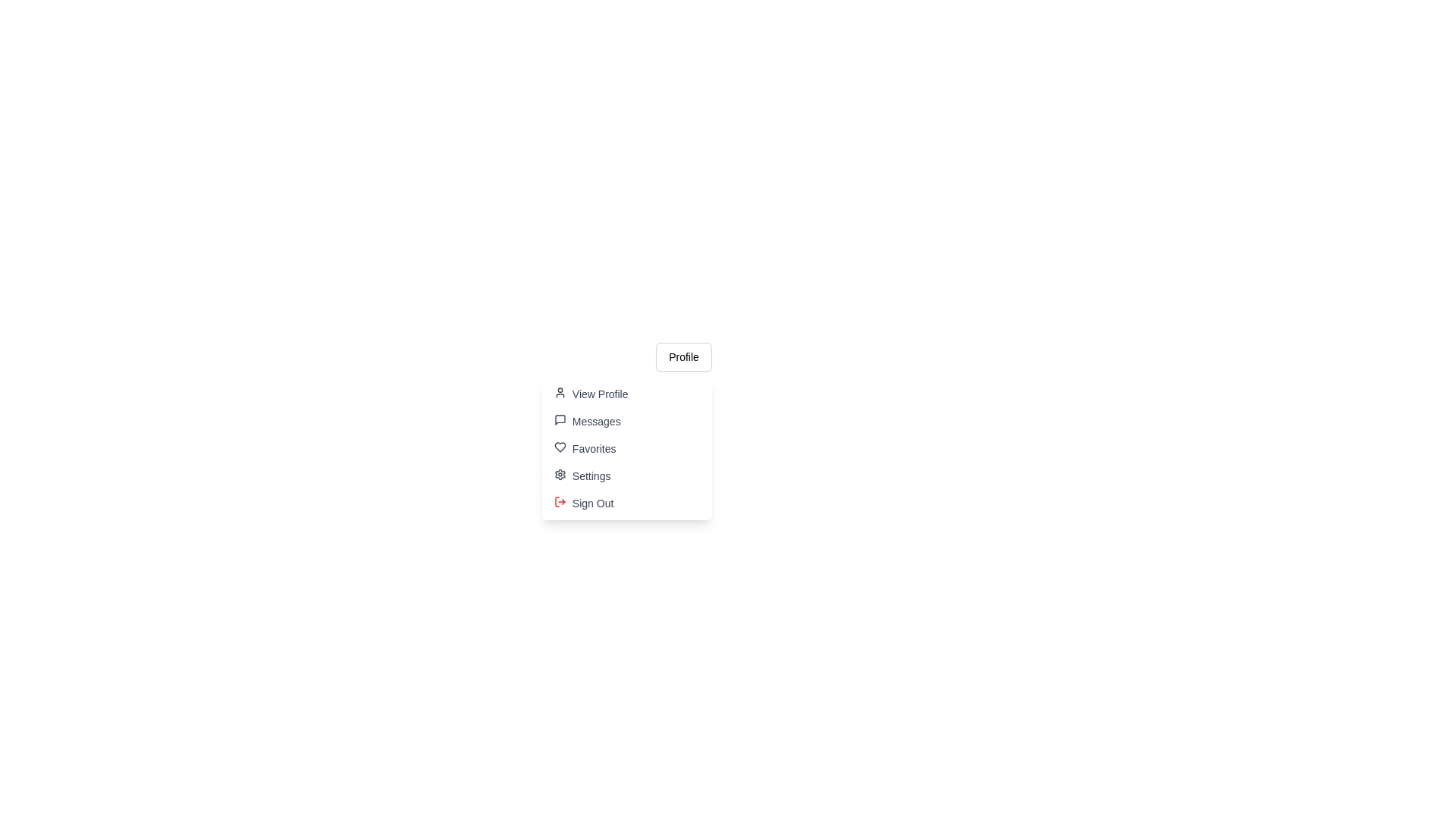 The image size is (1456, 819). Describe the element at coordinates (559, 420) in the screenshot. I see `the chat bubble icon in the 'Messages' dropdown menu` at that location.